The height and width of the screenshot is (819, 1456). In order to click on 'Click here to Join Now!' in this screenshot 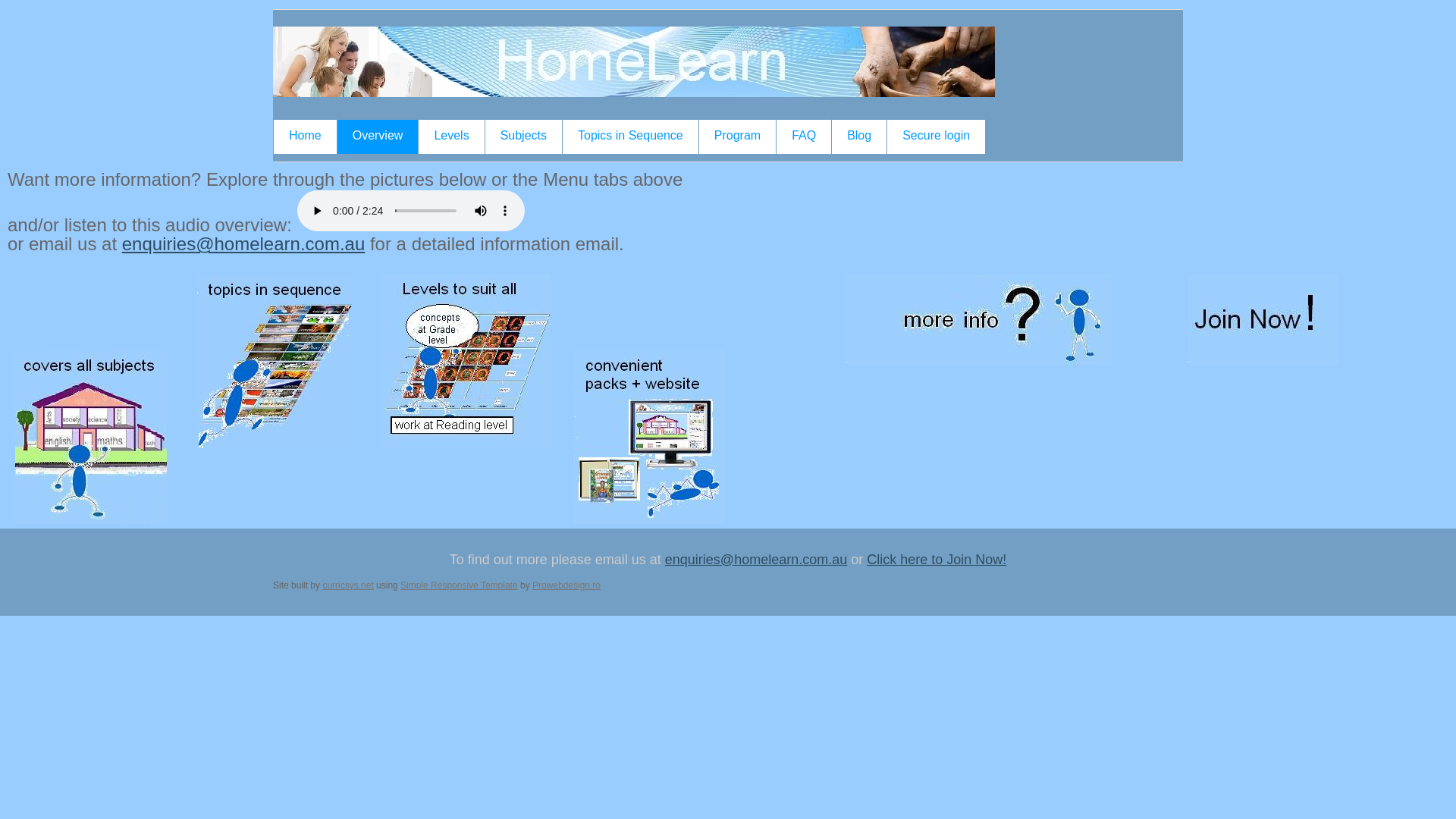, I will do `click(935, 559)`.